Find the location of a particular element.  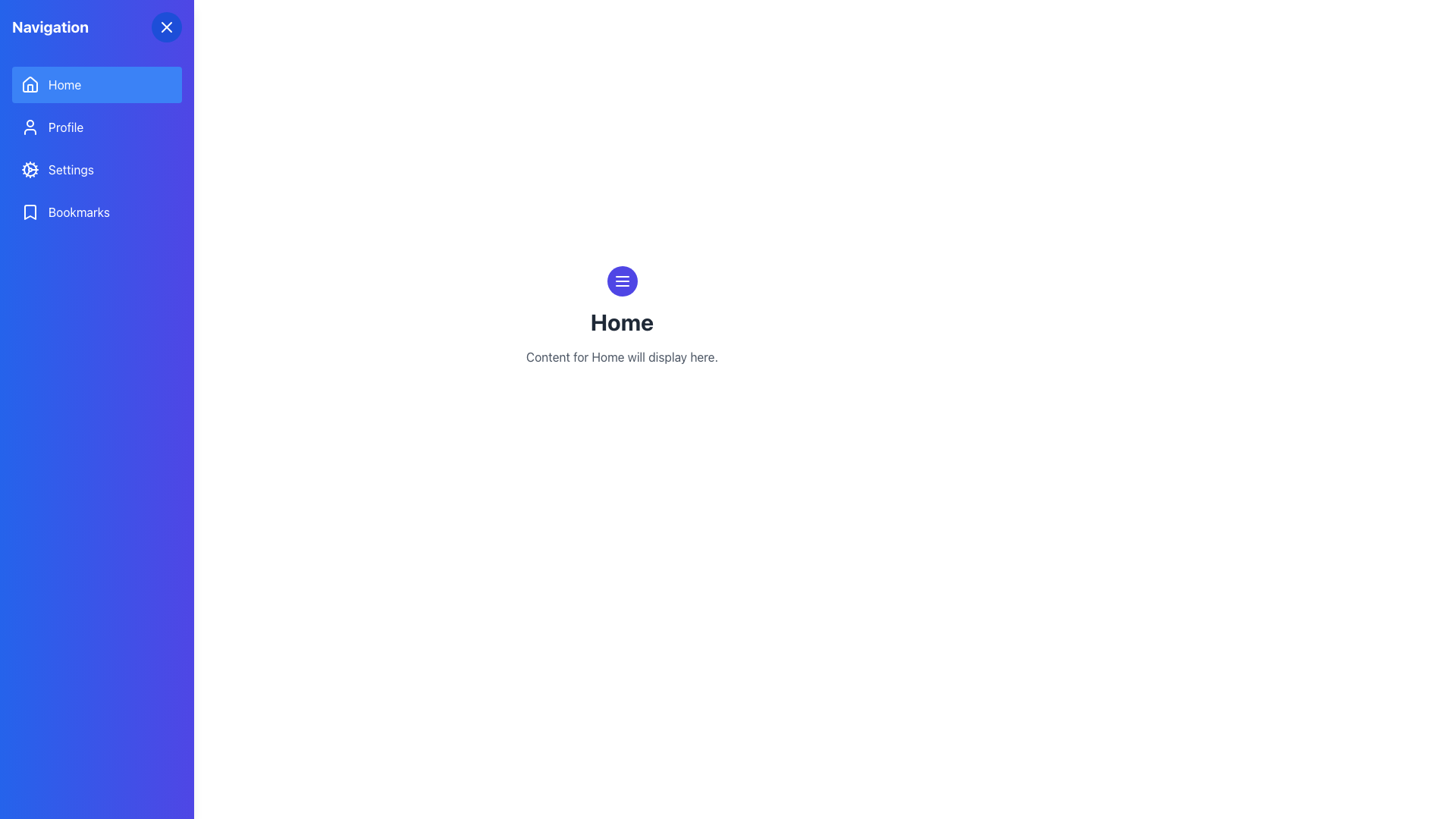

house-shaped icon located to the left of the 'Home' text, which is displayed in white on a blue background is located at coordinates (30, 84).